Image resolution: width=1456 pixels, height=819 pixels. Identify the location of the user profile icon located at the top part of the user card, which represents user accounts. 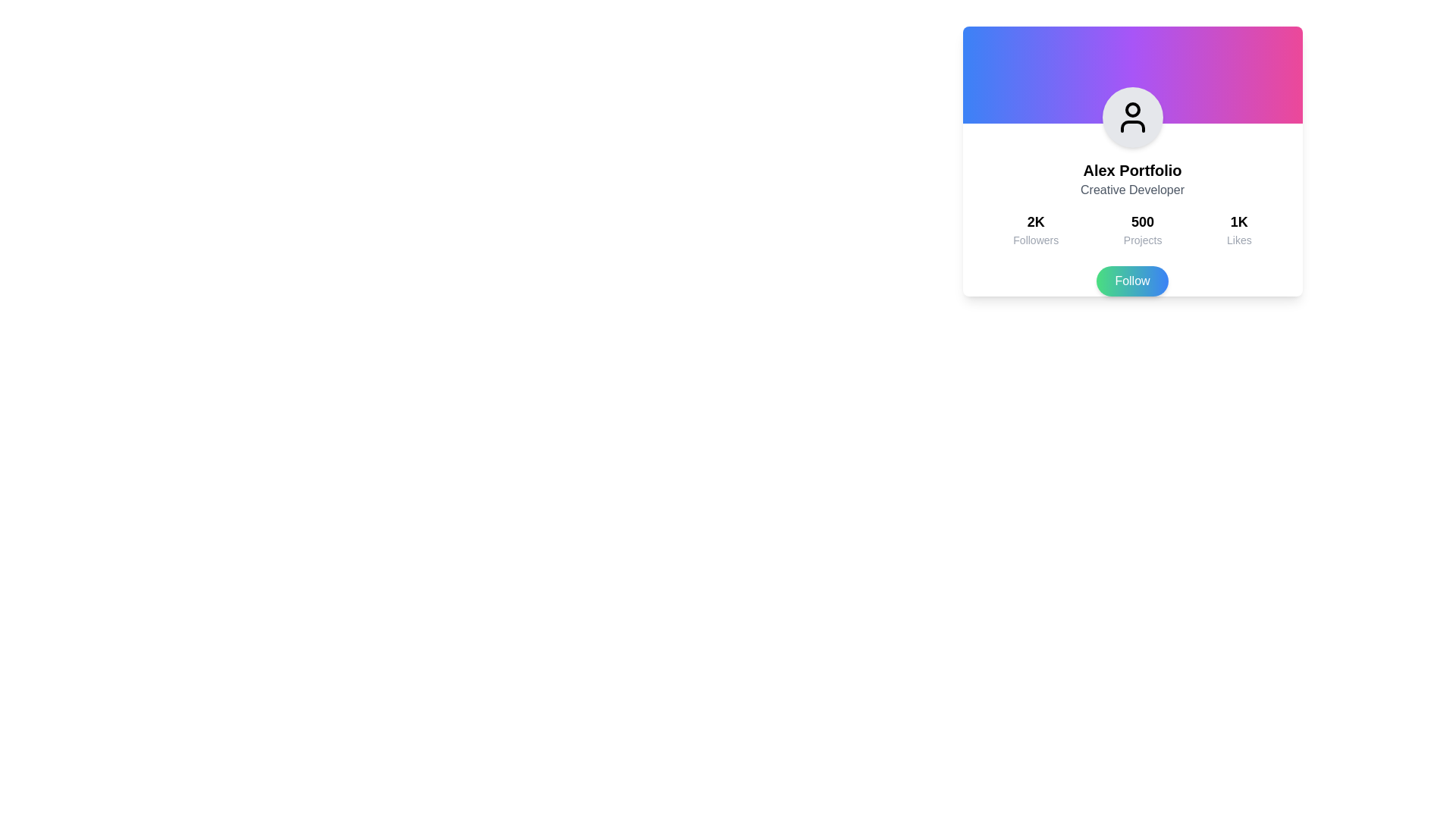
(1132, 116).